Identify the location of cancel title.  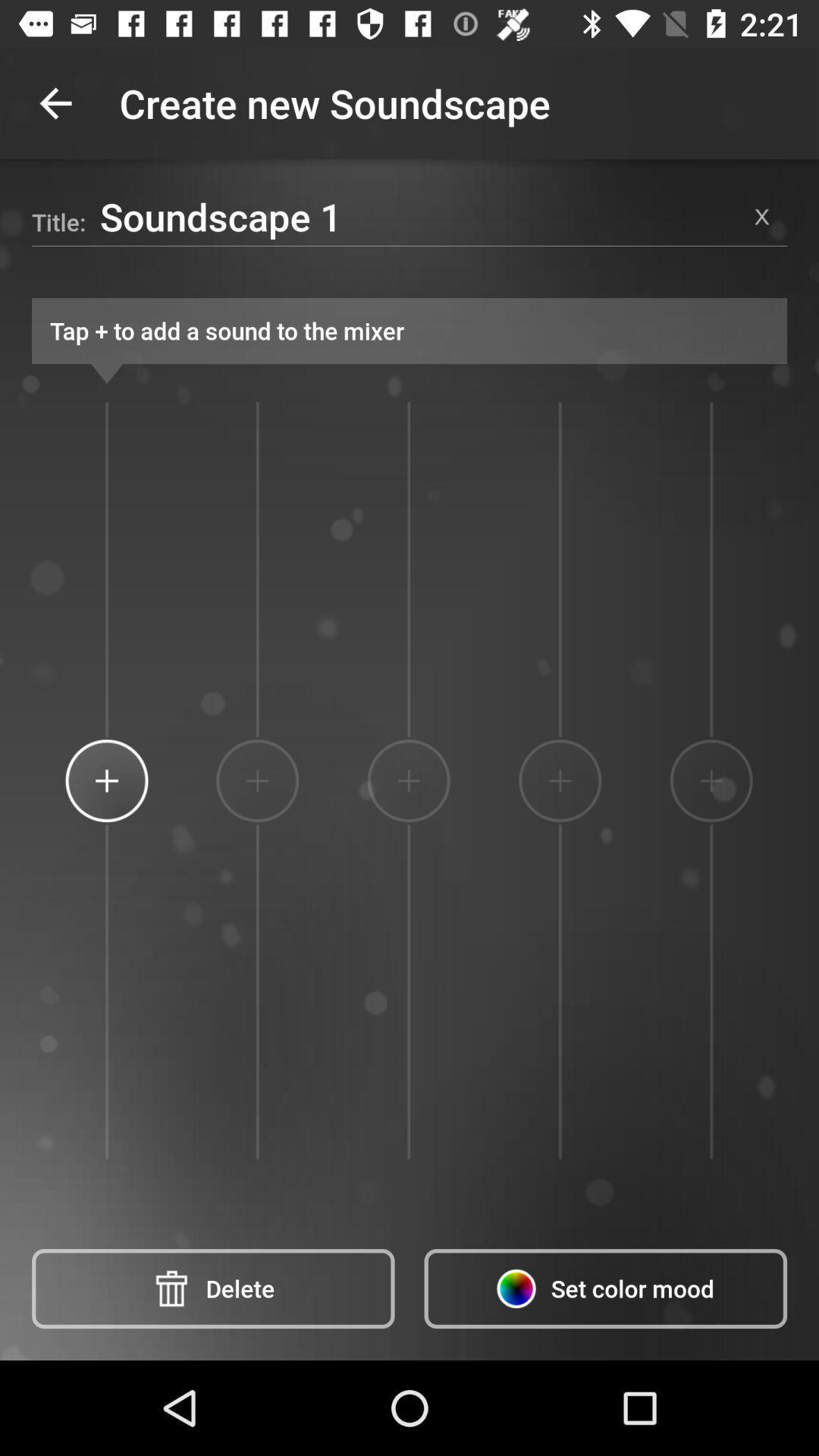
(762, 215).